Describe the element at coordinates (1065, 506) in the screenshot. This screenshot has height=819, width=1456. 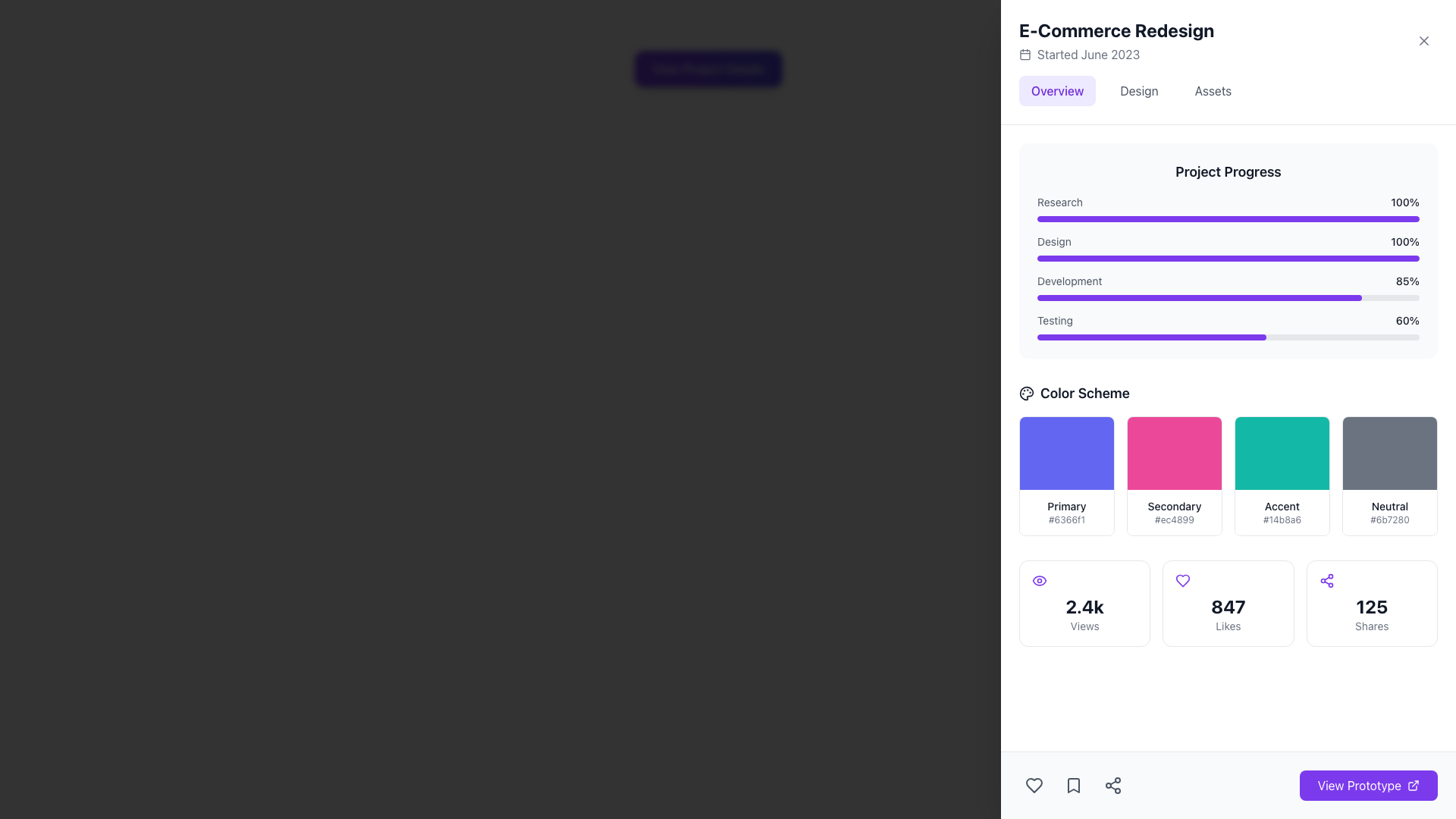
I see `the Text label that describes the associated color block labeled 'Primary' in the 'Color Scheme' section, located under the blue color block and above the color code '#6366f1'` at that location.